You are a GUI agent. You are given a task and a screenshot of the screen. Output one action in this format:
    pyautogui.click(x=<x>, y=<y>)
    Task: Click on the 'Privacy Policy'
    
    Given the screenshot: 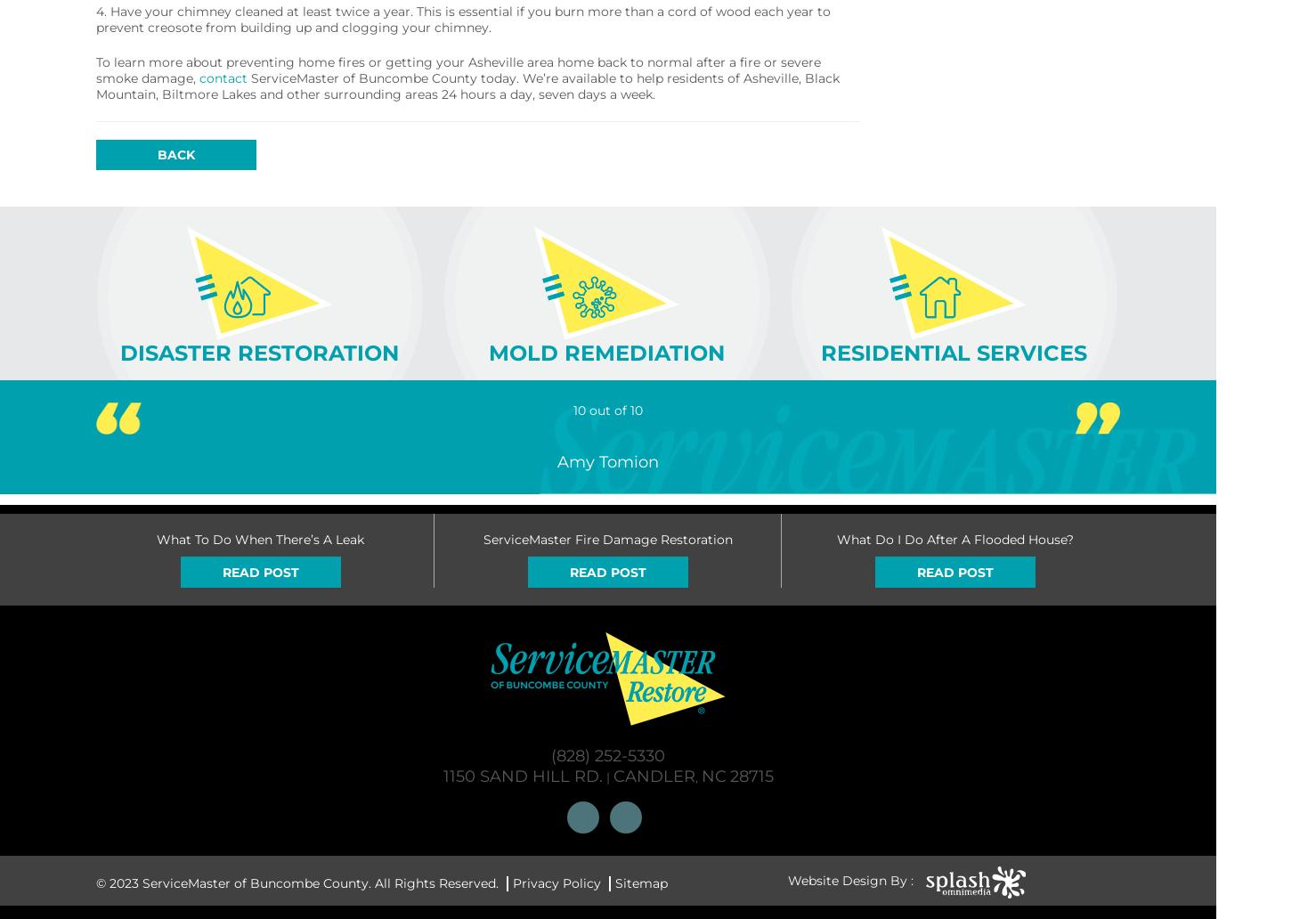 What is the action you would take?
    pyautogui.click(x=556, y=882)
    